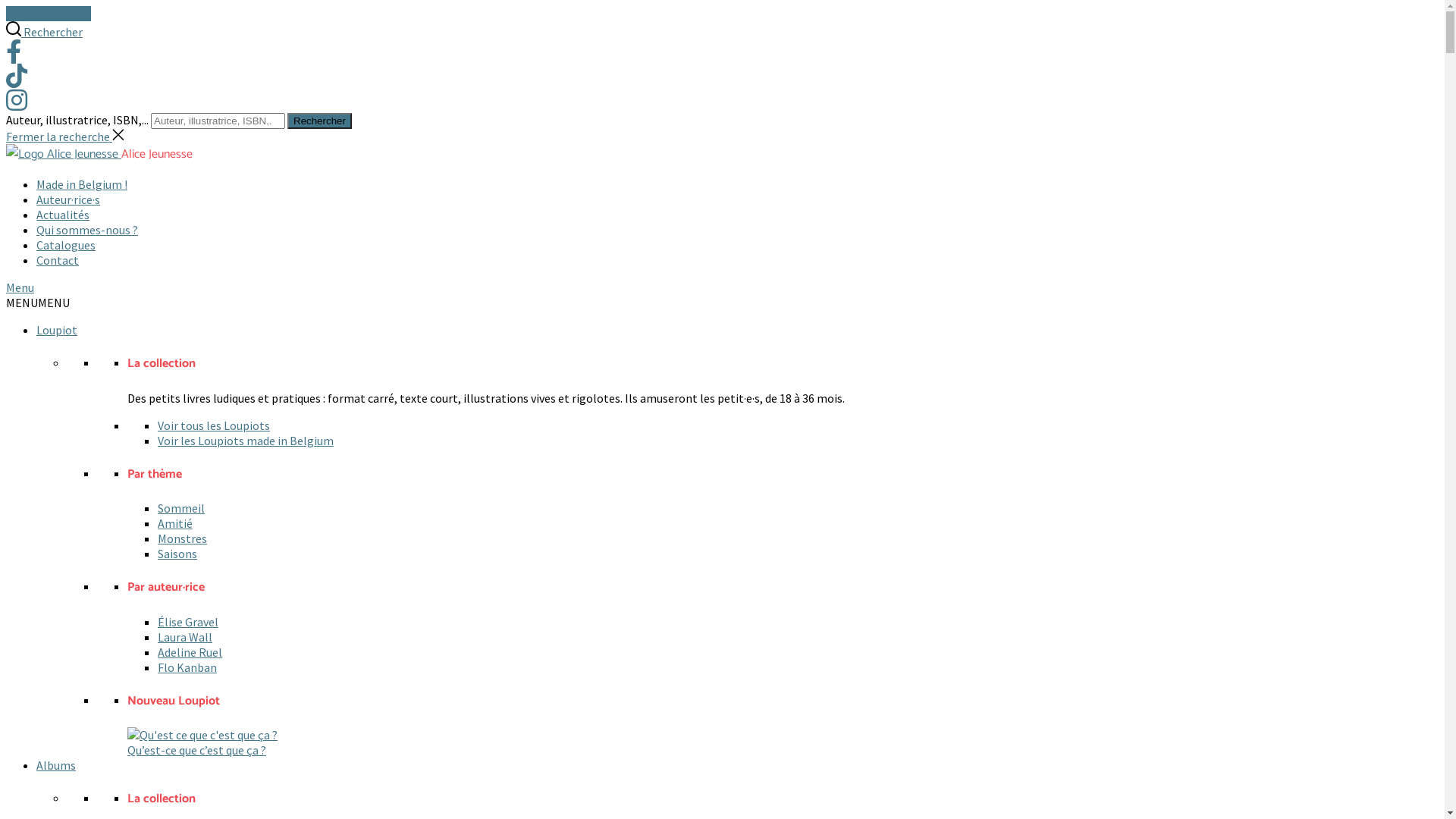  I want to click on 'Voir les Loupiots made in Belgium', so click(246, 441).